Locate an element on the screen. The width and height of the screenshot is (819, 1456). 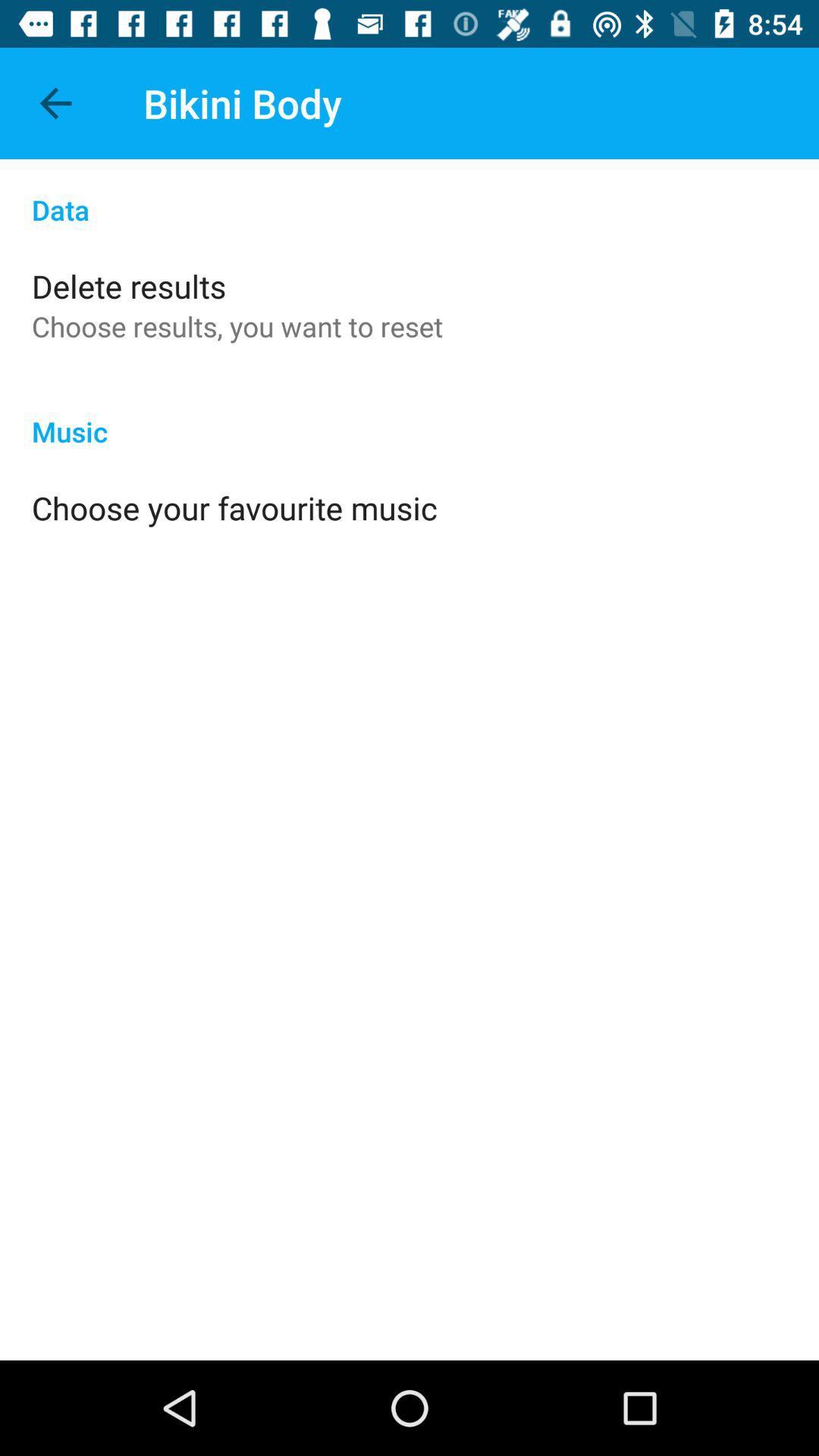
data item is located at coordinates (409, 193).